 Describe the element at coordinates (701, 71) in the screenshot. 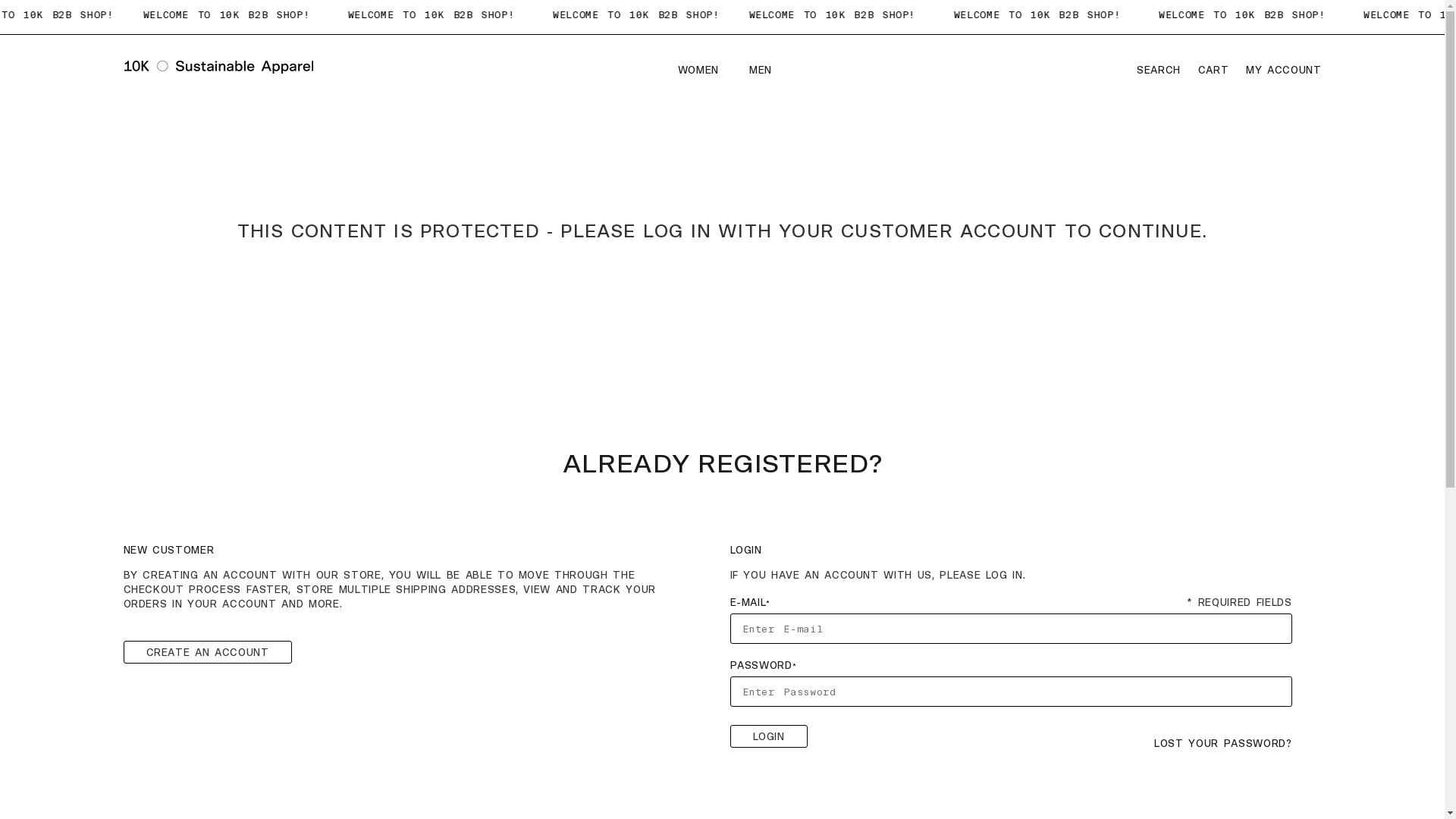

I see `'WOMEN'` at that location.